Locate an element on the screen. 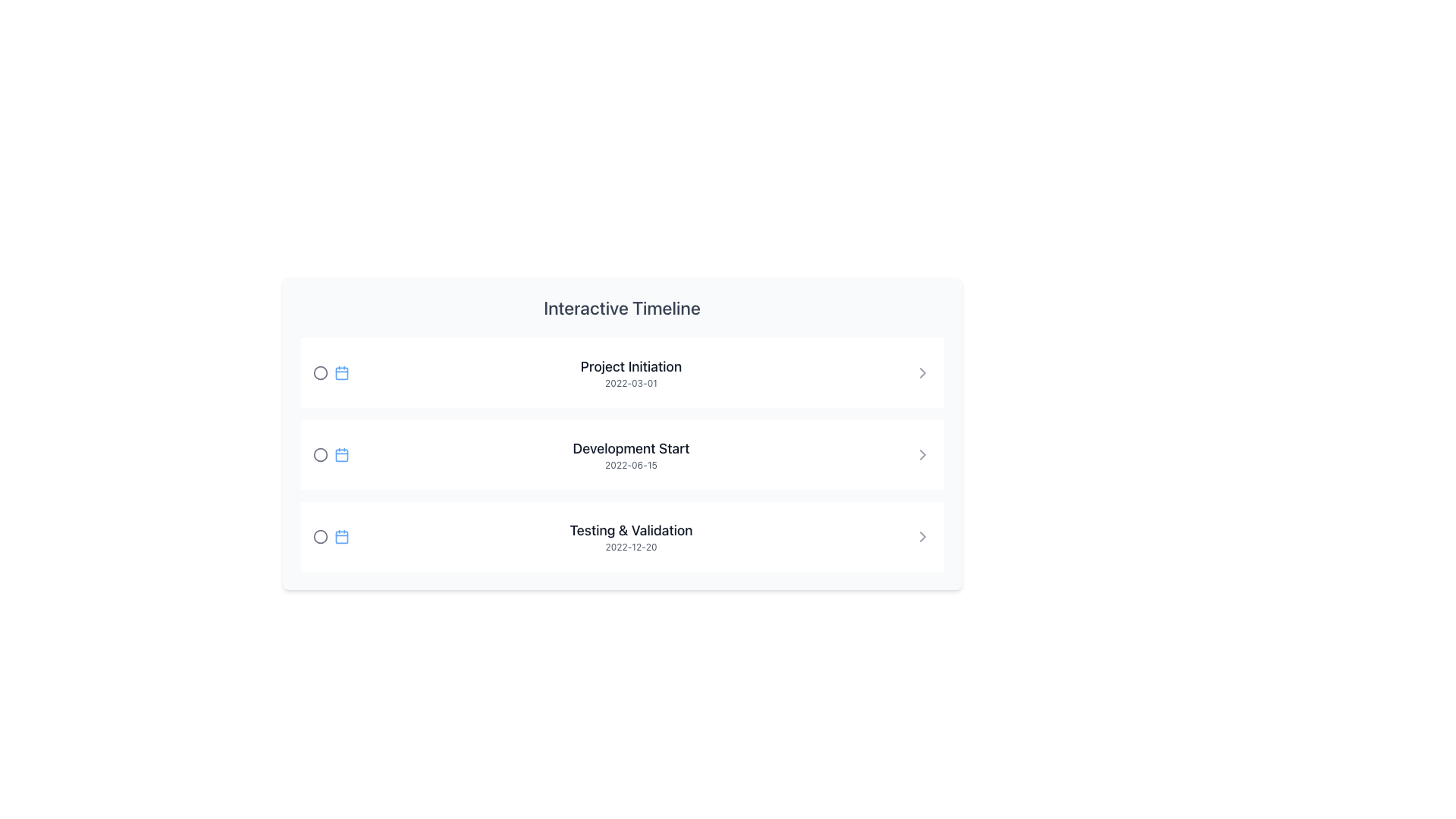 This screenshot has width=1456, height=819. the first list item labeled 'Project Initiation' under the 'Interactive Timeline' header is located at coordinates (622, 373).